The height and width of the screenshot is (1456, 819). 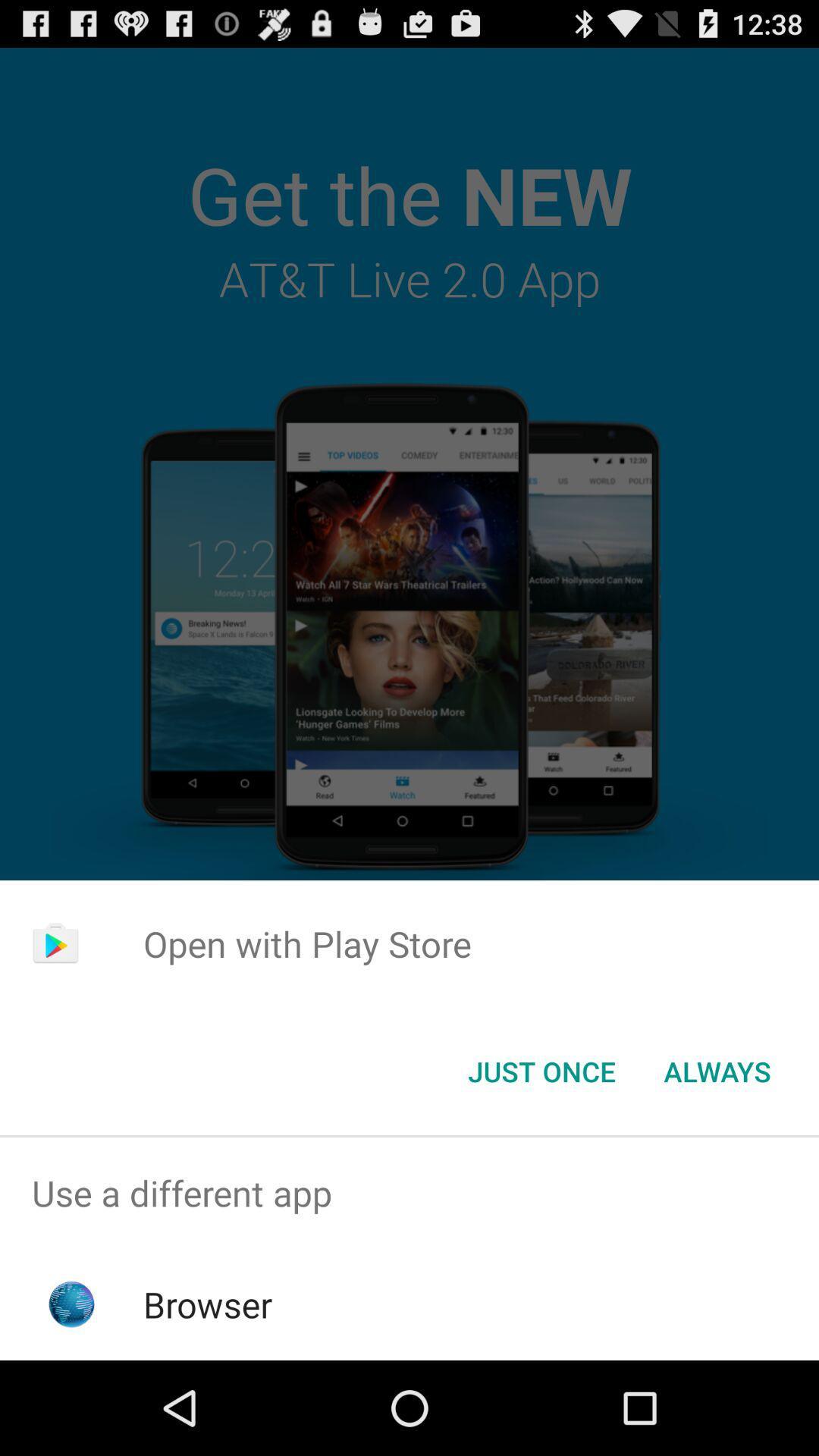 I want to click on button to the left of always icon, so click(x=541, y=1070).